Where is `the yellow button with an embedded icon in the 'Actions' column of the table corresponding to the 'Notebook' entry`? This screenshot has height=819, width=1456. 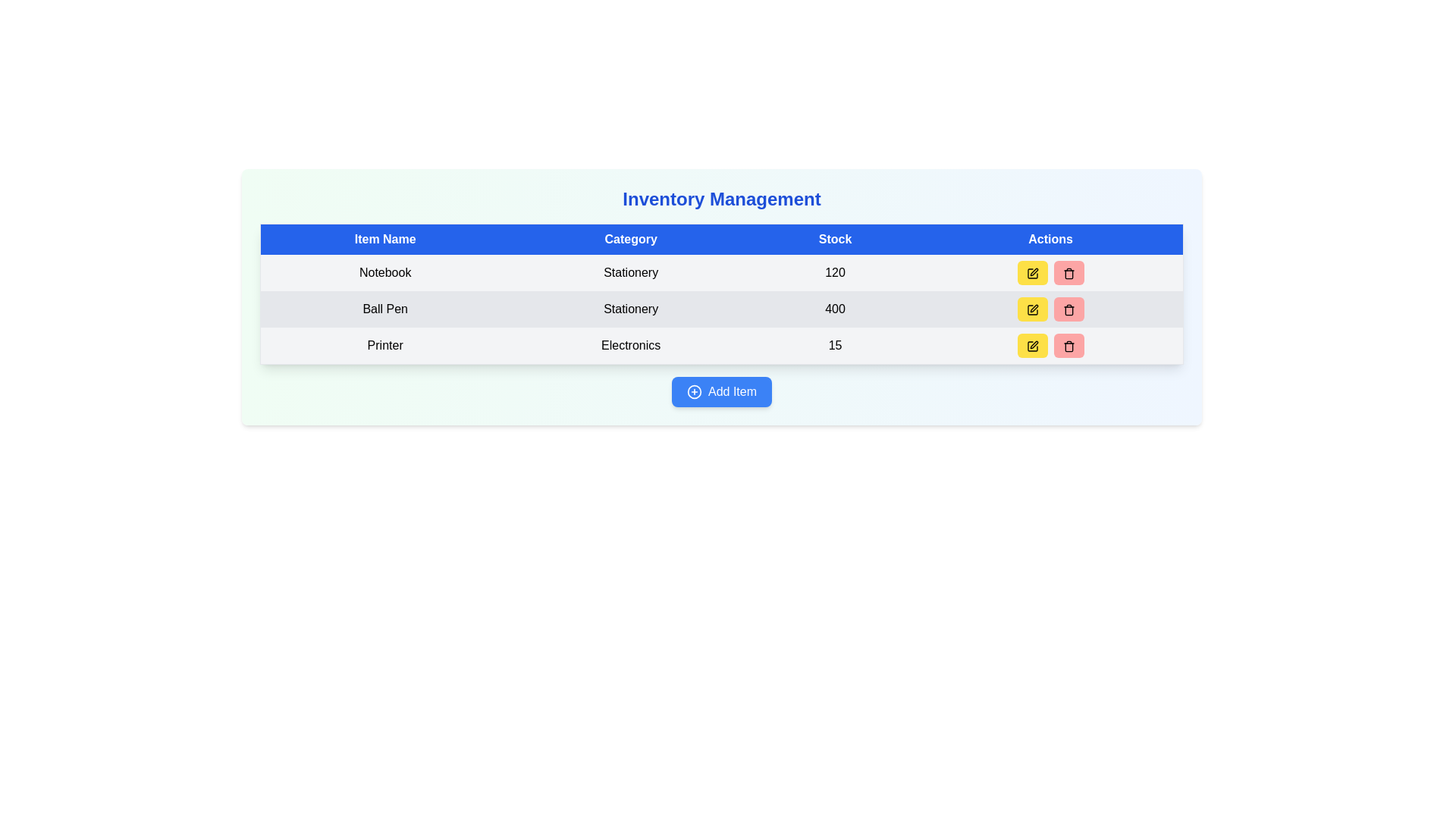 the yellow button with an embedded icon in the 'Actions' column of the table corresponding to the 'Notebook' entry is located at coordinates (1031, 273).